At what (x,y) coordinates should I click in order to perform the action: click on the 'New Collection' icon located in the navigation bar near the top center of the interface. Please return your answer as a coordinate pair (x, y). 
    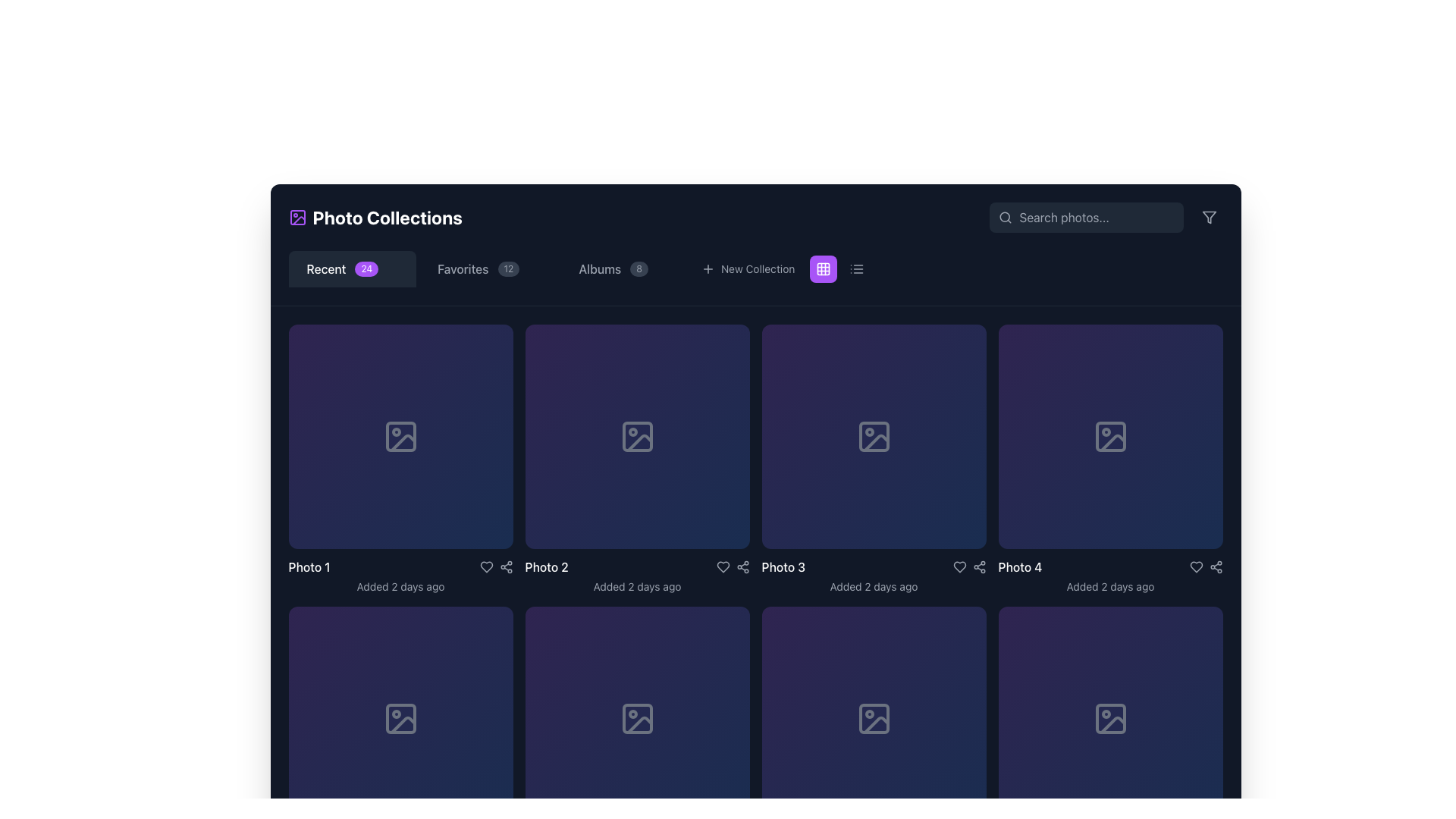
    Looking at the image, I should click on (707, 268).